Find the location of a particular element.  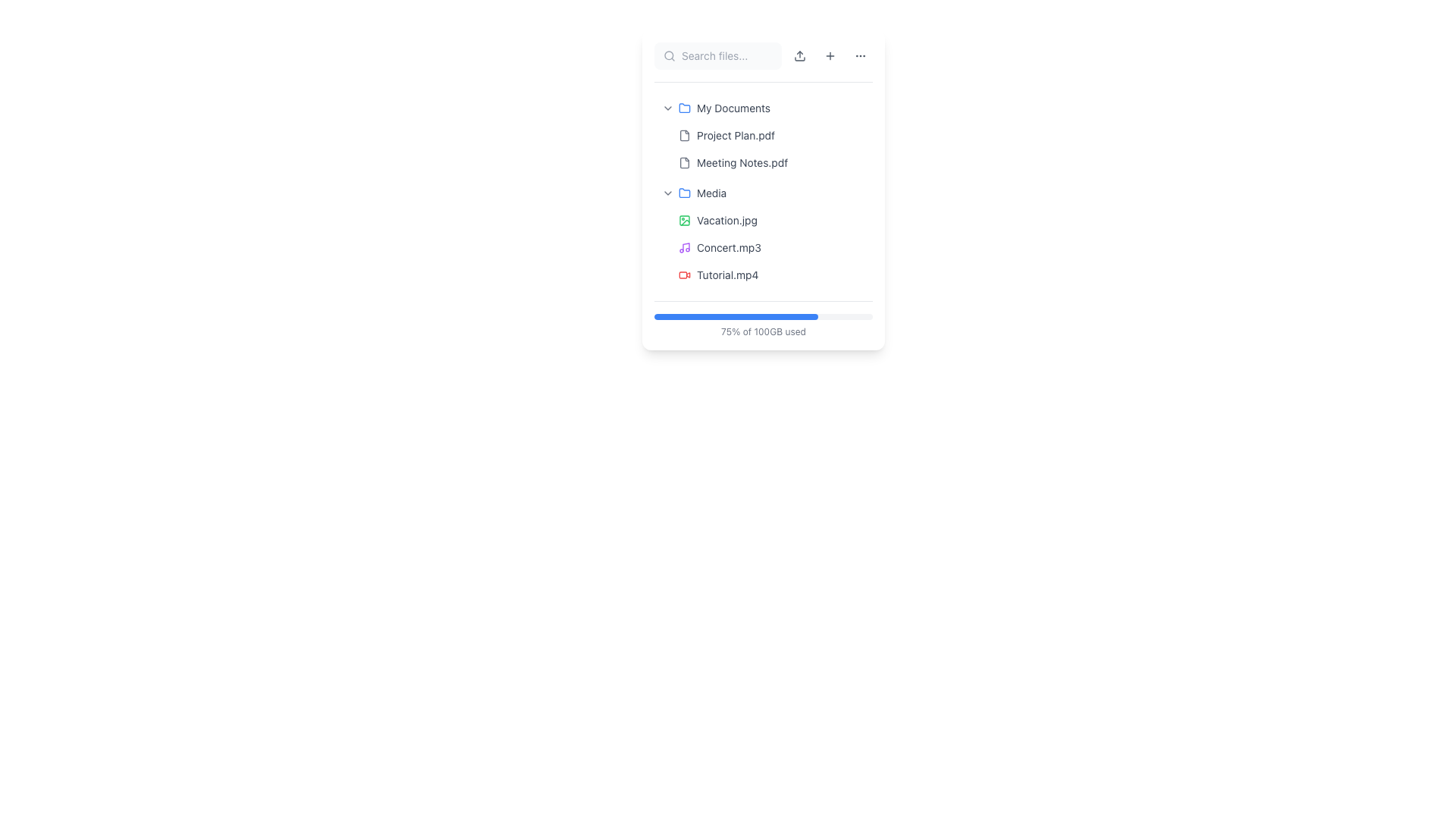

the ellipsis button located in the upper-right corner of the panel, which has a light gray background and three horizontally aligned dots is located at coordinates (860, 55).